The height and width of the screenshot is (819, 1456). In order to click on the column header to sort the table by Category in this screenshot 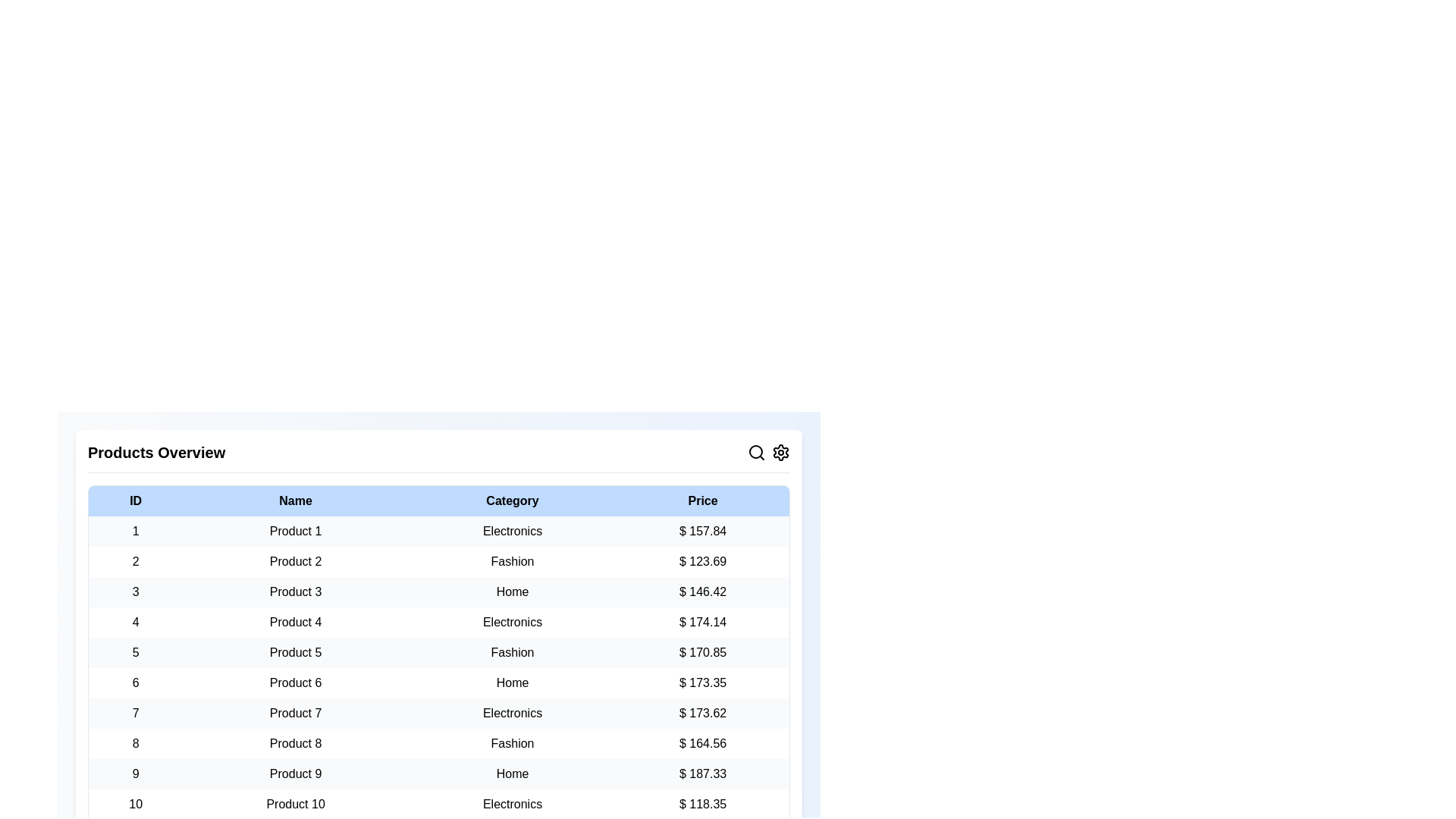, I will do `click(513, 500)`.